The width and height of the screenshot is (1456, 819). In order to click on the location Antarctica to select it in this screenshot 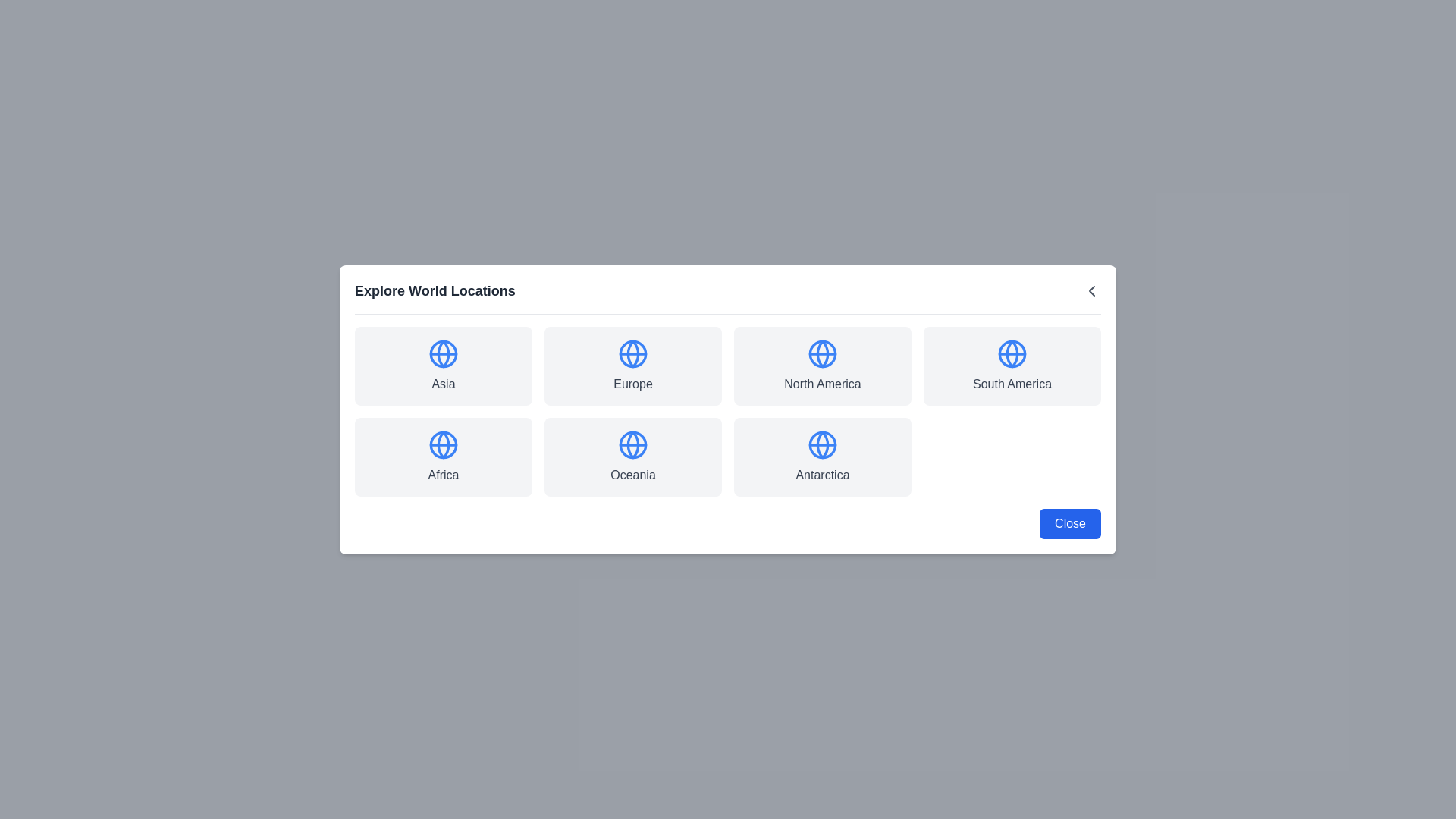, I will do `click(821, 456)`.